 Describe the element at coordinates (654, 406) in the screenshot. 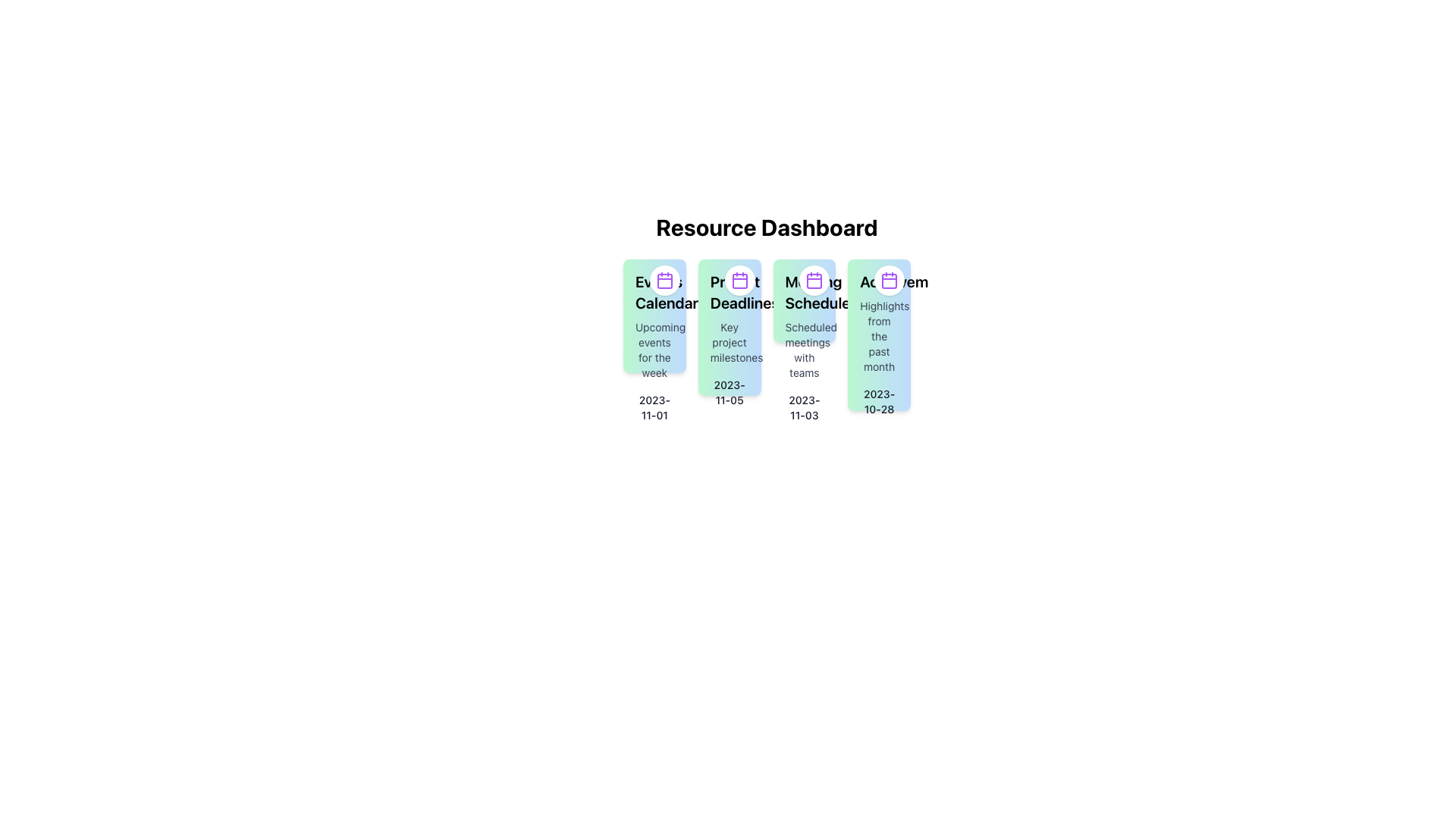

I see `the text displaying the date in the 'Events Calendar' section, which is positioned below the label 'Upcoming events for the week.'` at that location.